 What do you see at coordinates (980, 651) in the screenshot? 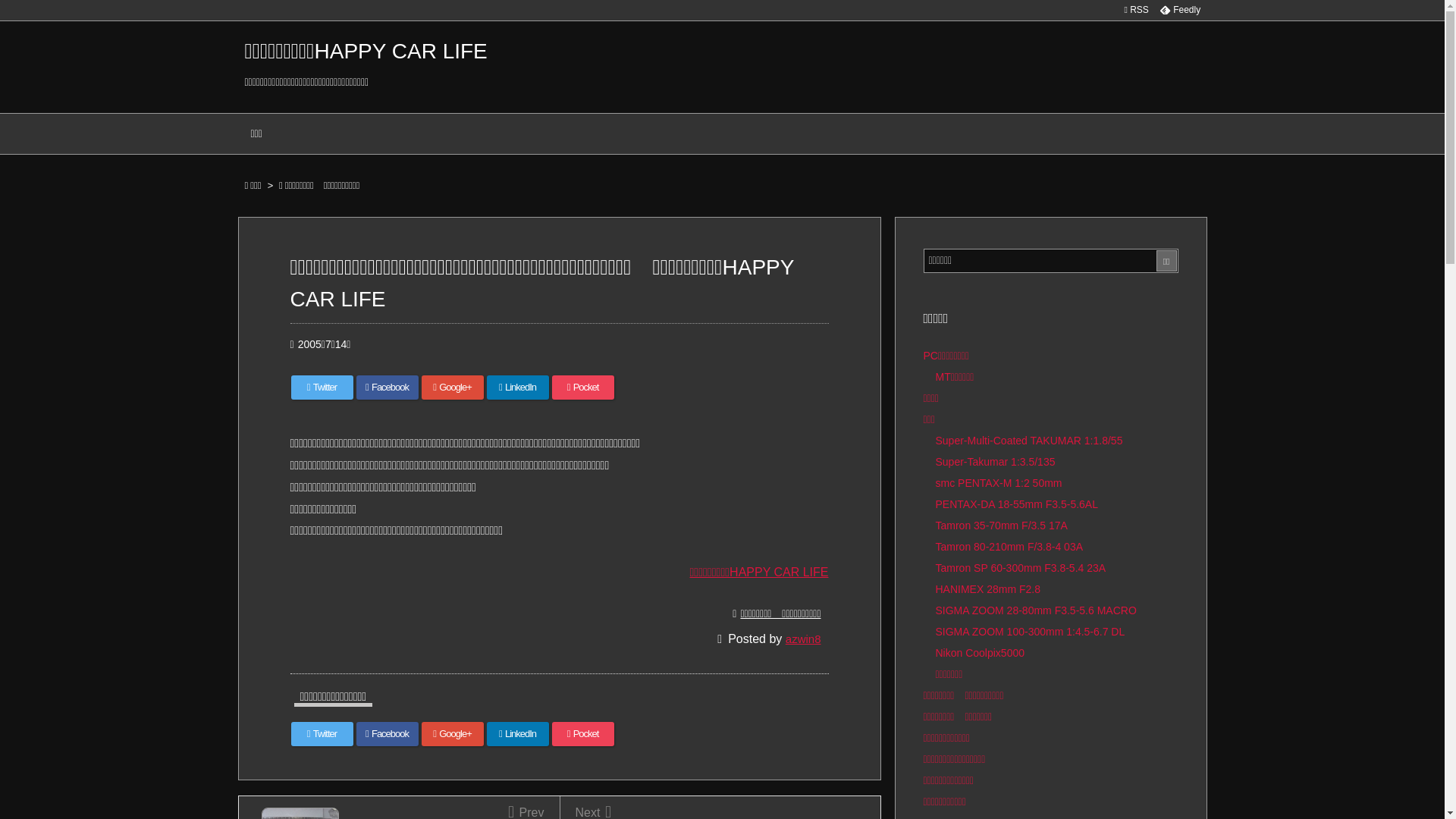
I see `'Nikon Coolpix5000'` at bounding box center [980, 651].